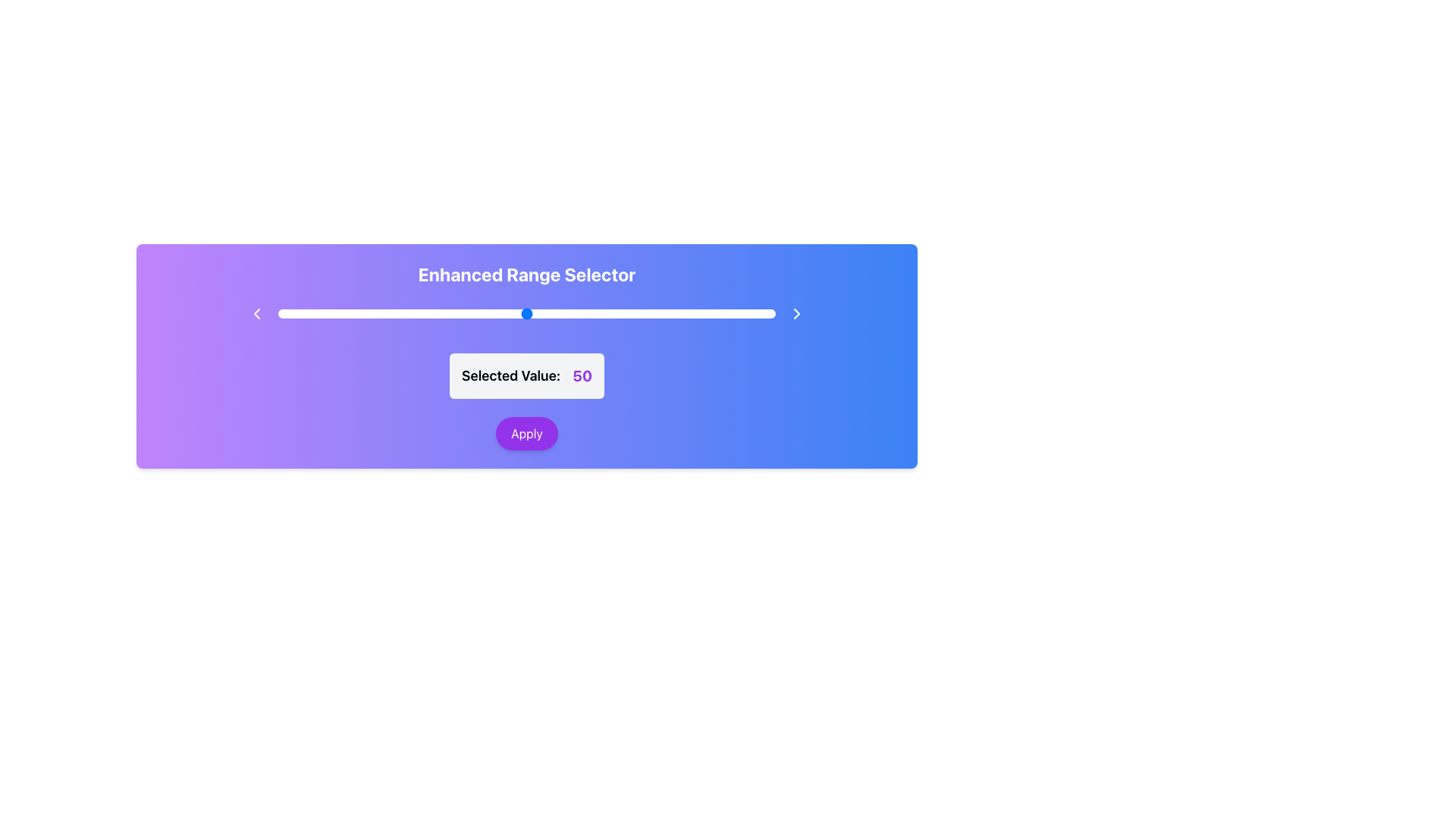  I want to click on the Text display box that shows 'Selected Value:' and '50', which is located below the range slider and above the 'Apply' button, so click(527, 375).